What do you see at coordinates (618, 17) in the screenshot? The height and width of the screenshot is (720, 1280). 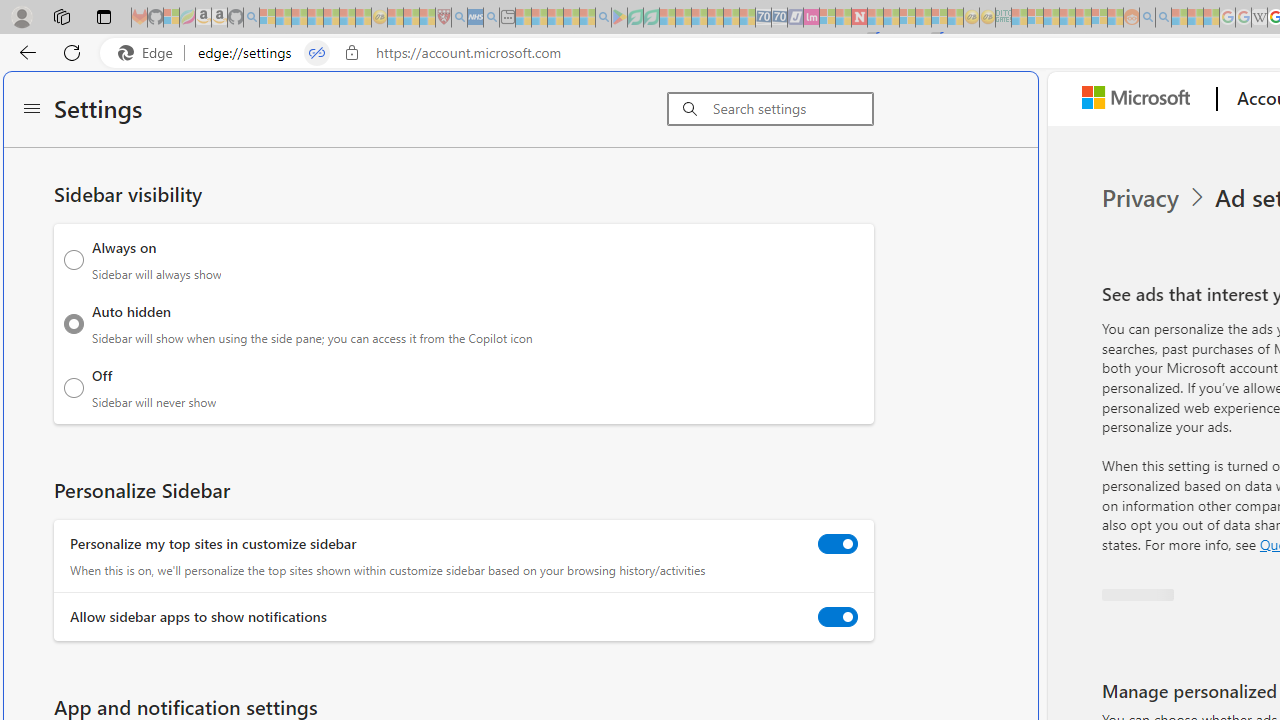 I see `'Bluey: Let'` at bounding box center [618, 17].